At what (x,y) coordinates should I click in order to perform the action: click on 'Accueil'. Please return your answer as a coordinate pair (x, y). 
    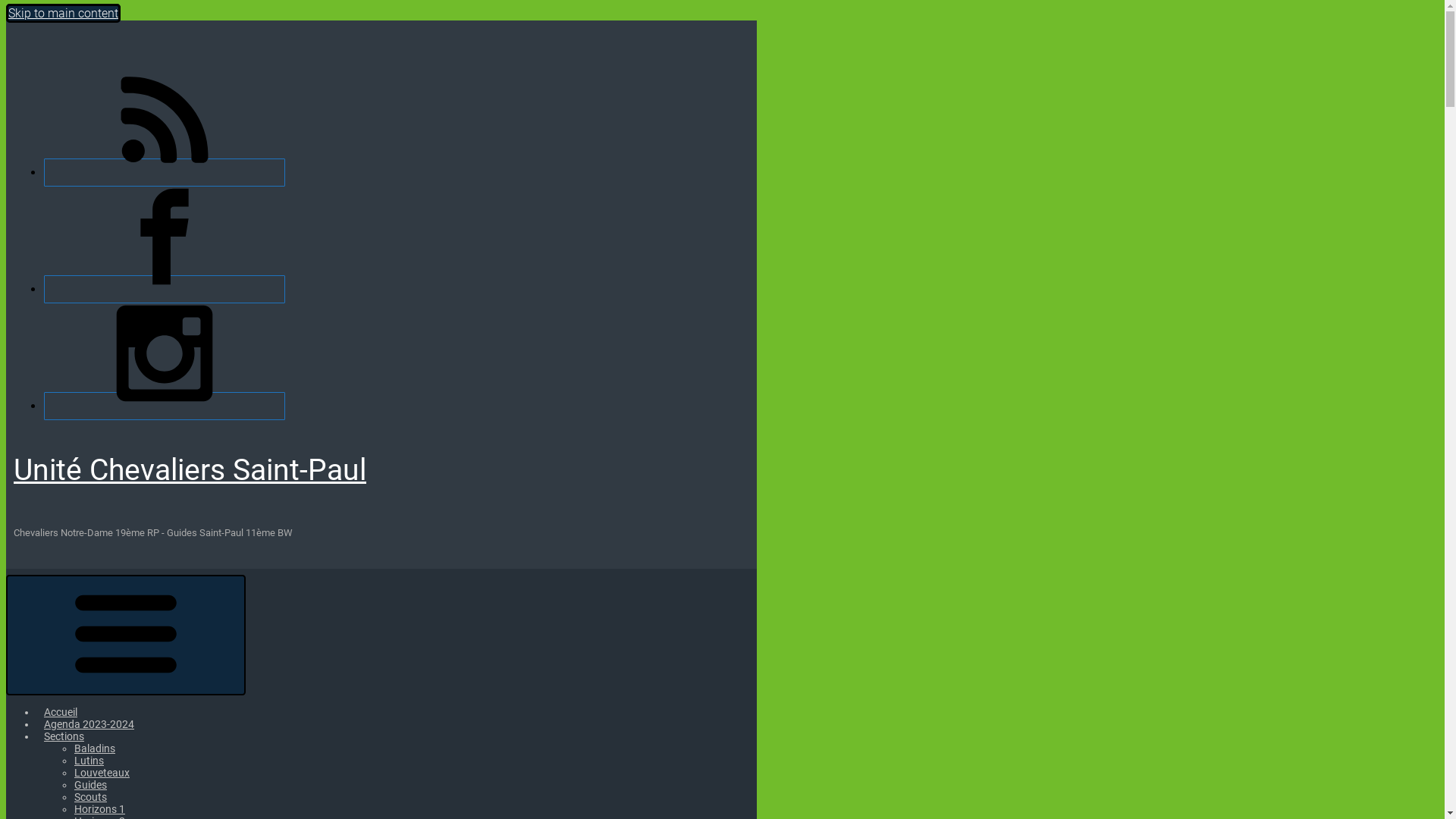
    Looking at the image, I should click on (61, 711).